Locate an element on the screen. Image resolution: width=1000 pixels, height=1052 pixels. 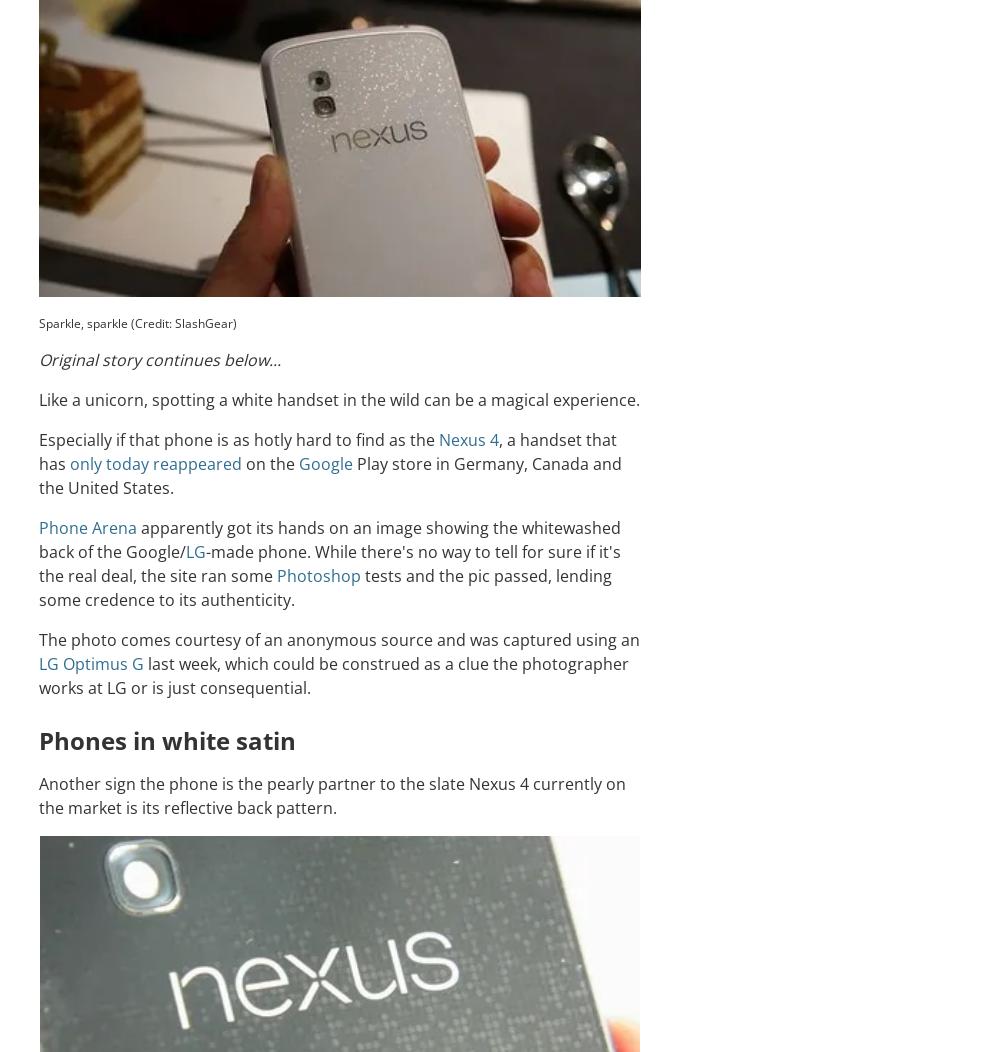
'Google' is located at coordinates (299, 462).